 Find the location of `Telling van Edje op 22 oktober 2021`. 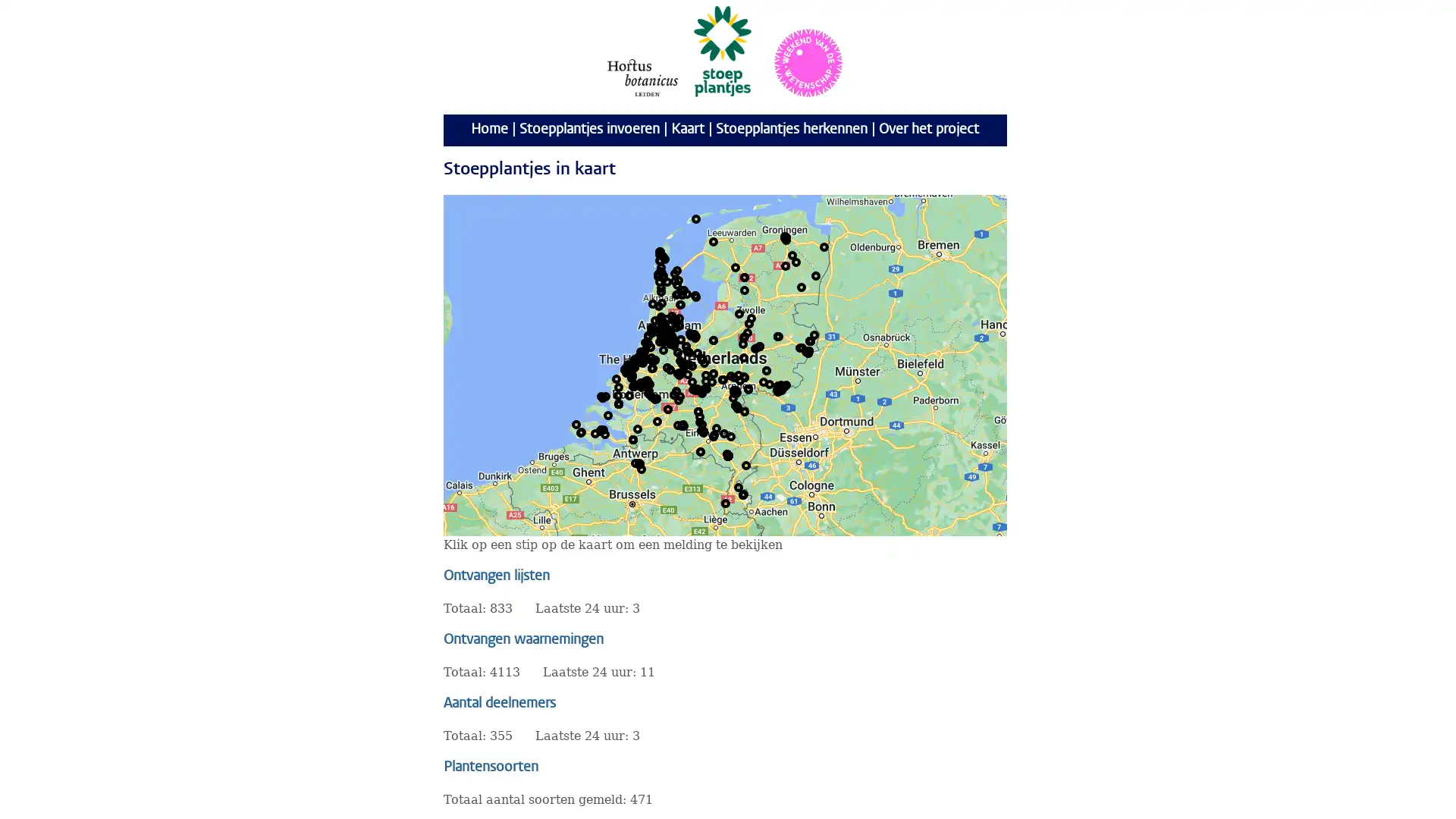

Telling van Edje op 22 oktober 2021 is located at coordinates (691, 380).